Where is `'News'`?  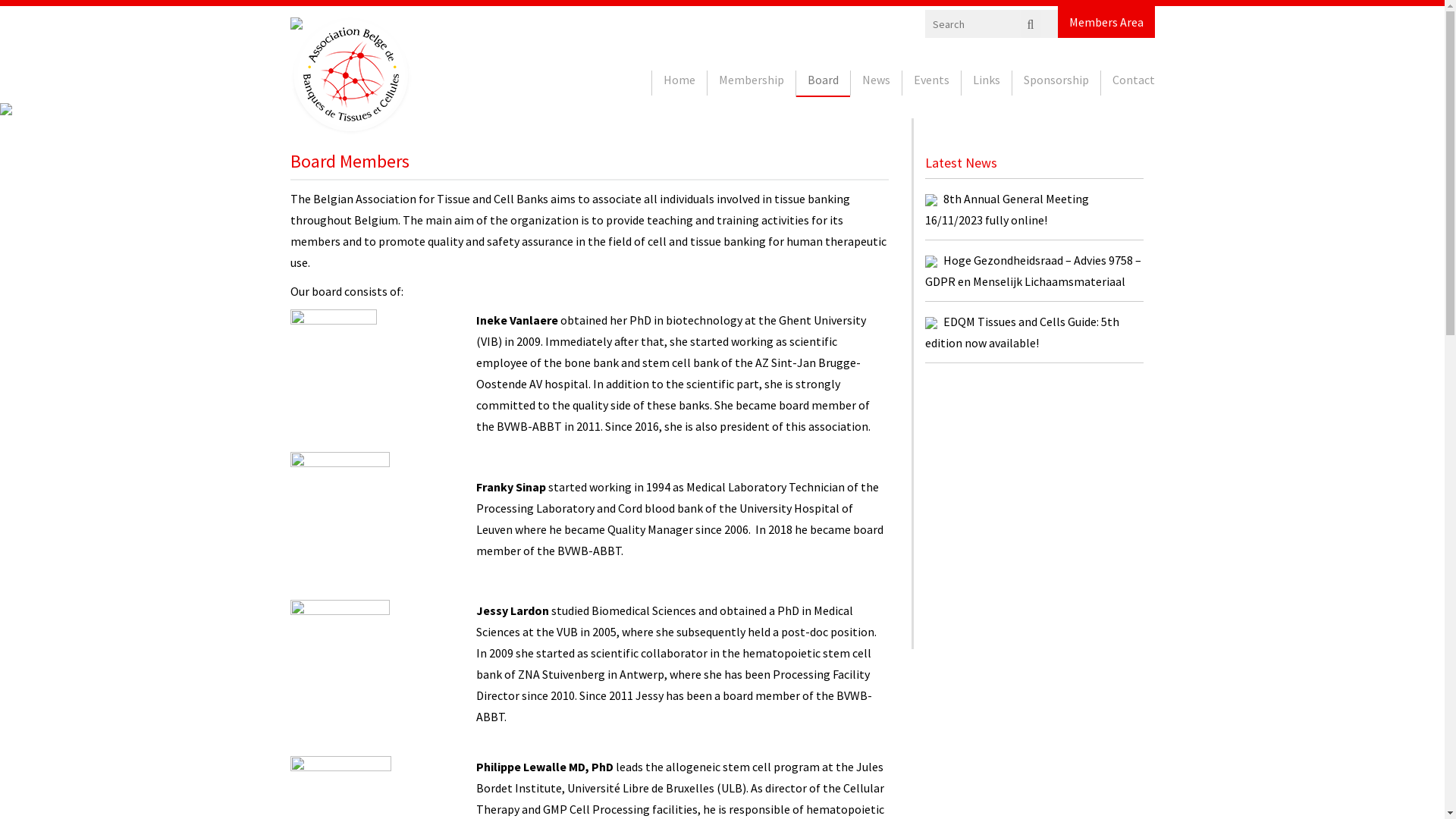
'News' is located at coordinates (876, 83).